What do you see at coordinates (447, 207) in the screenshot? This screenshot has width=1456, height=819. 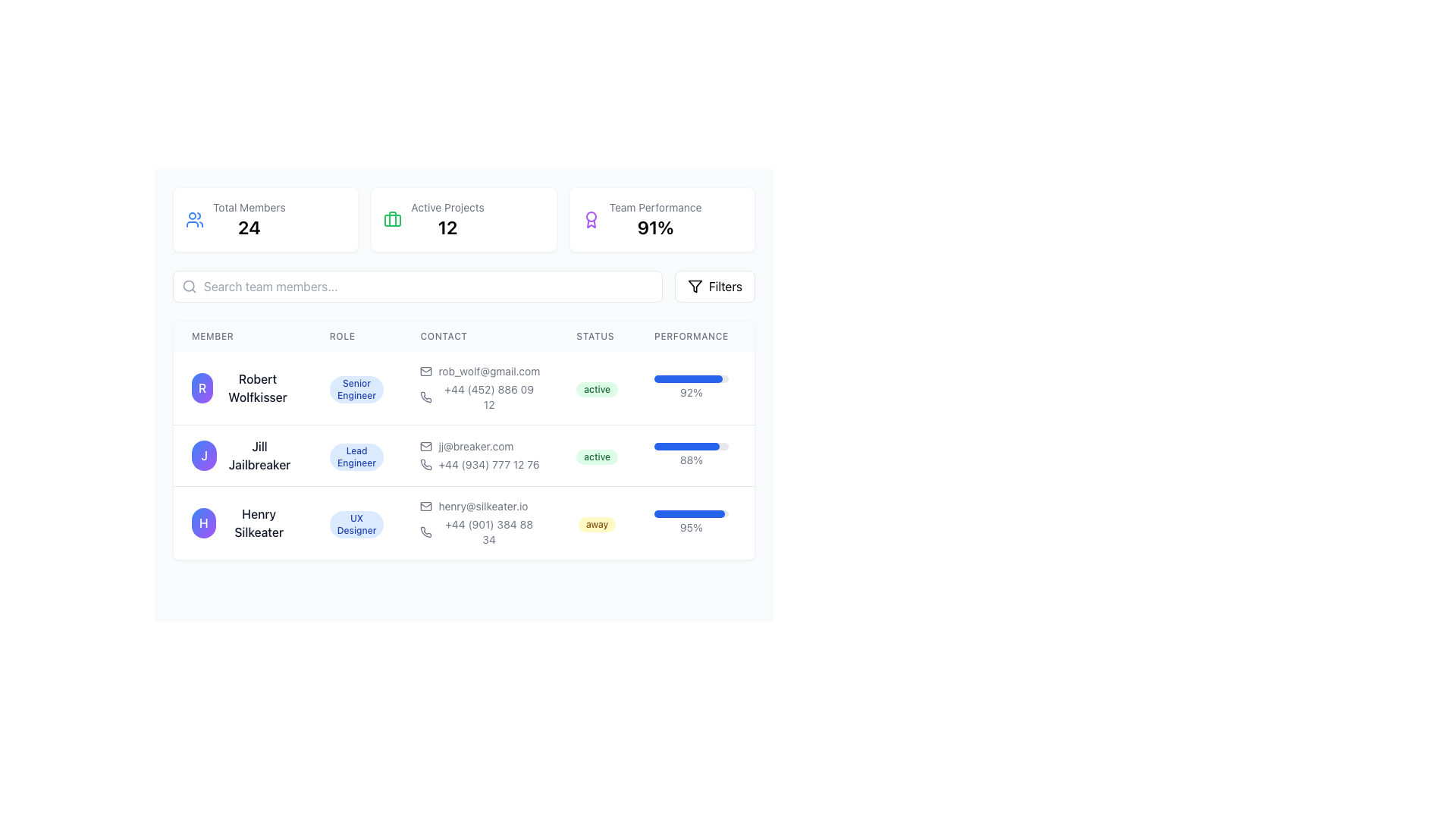 I see `the static text label that describes the active projects count, which is positioned centrally above the number '12' in the two-row layout` at bounding box center [447, 207].